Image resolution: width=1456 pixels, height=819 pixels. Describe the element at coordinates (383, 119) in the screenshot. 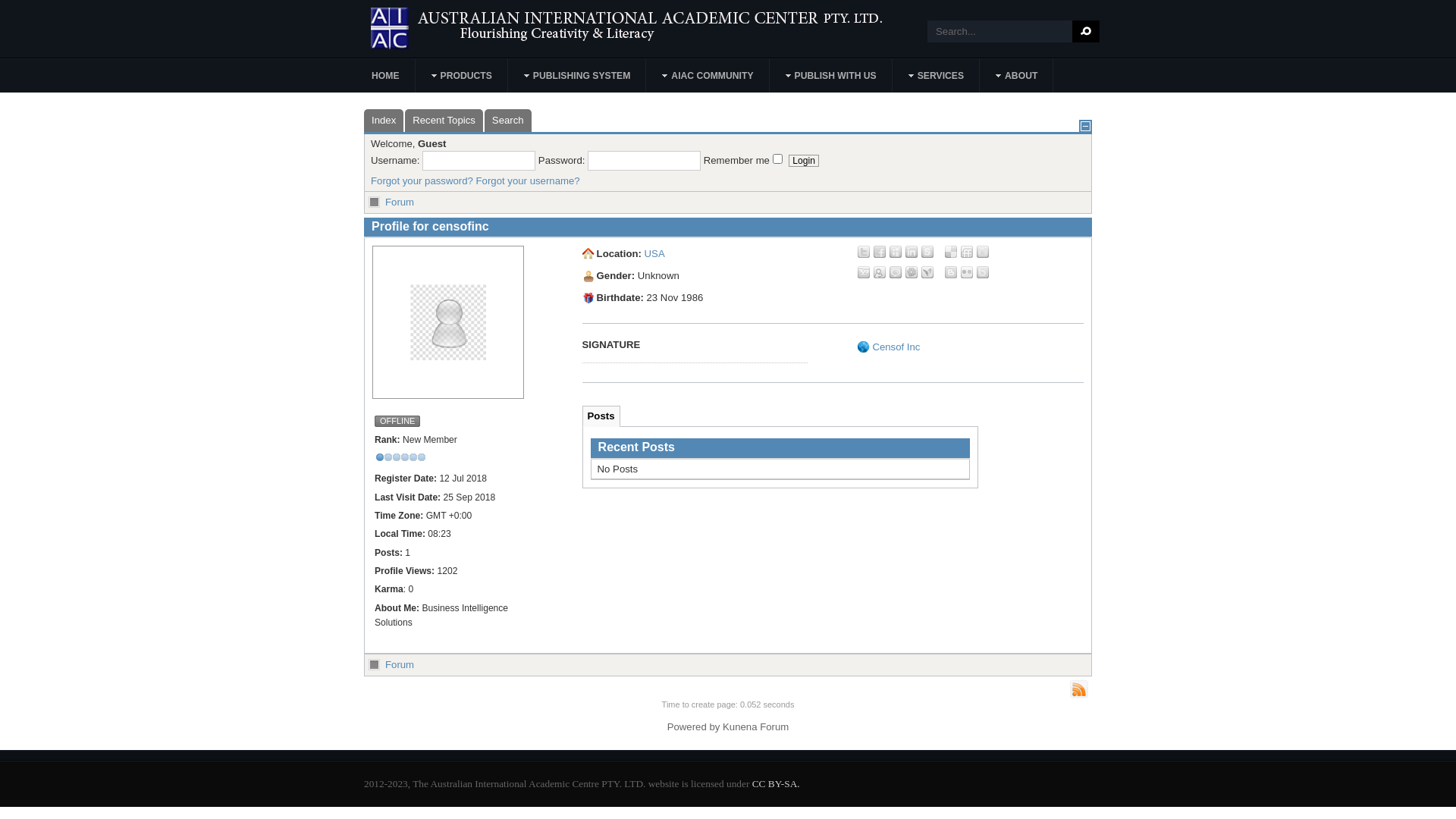

I see `'Index'` at that location.